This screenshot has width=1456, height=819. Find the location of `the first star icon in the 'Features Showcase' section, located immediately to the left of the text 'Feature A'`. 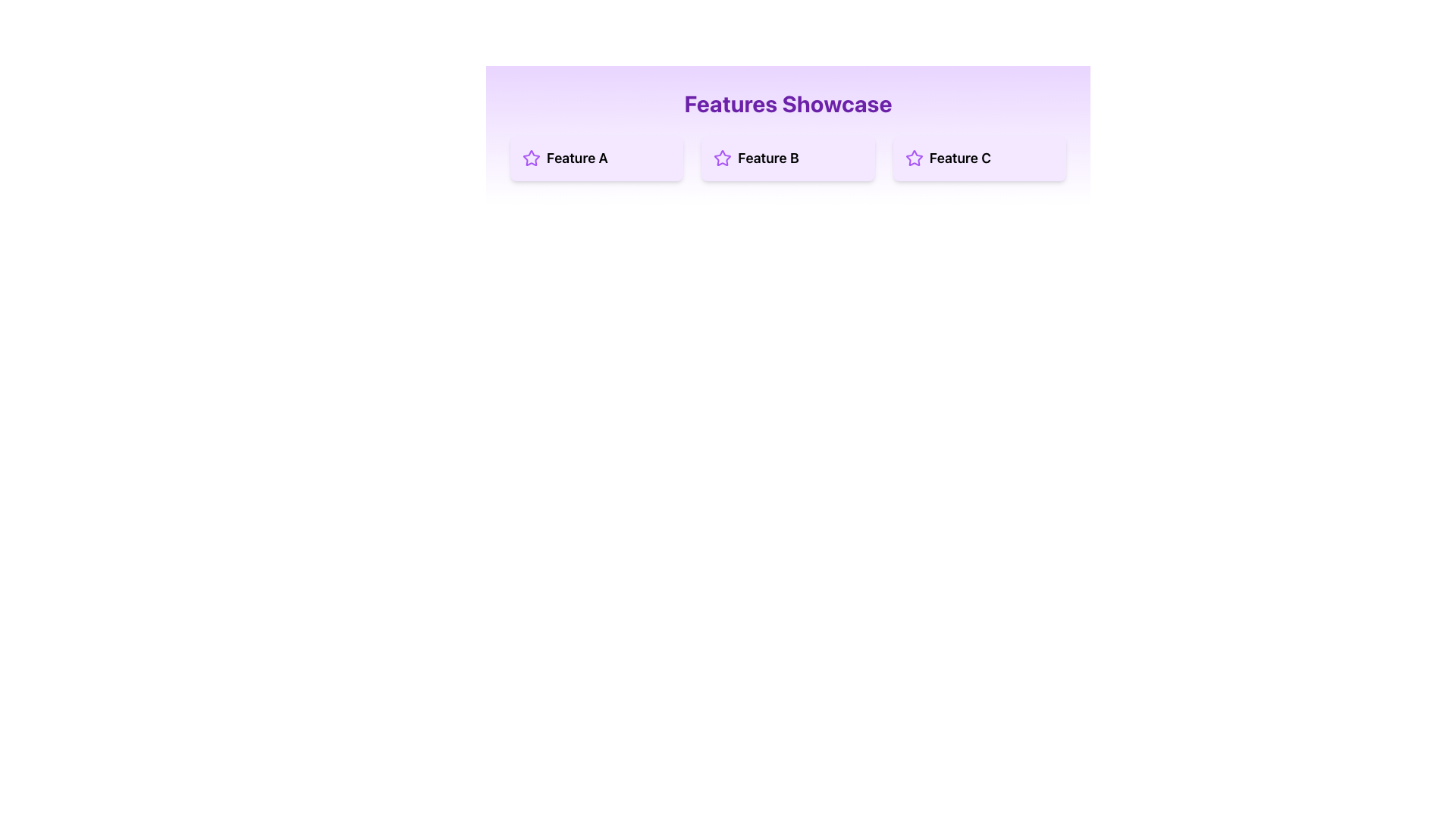

the first star icon in the 'Features Showcase' section, located immediately to the left of the text 'Feature A' is located at coordinates (531, 158).